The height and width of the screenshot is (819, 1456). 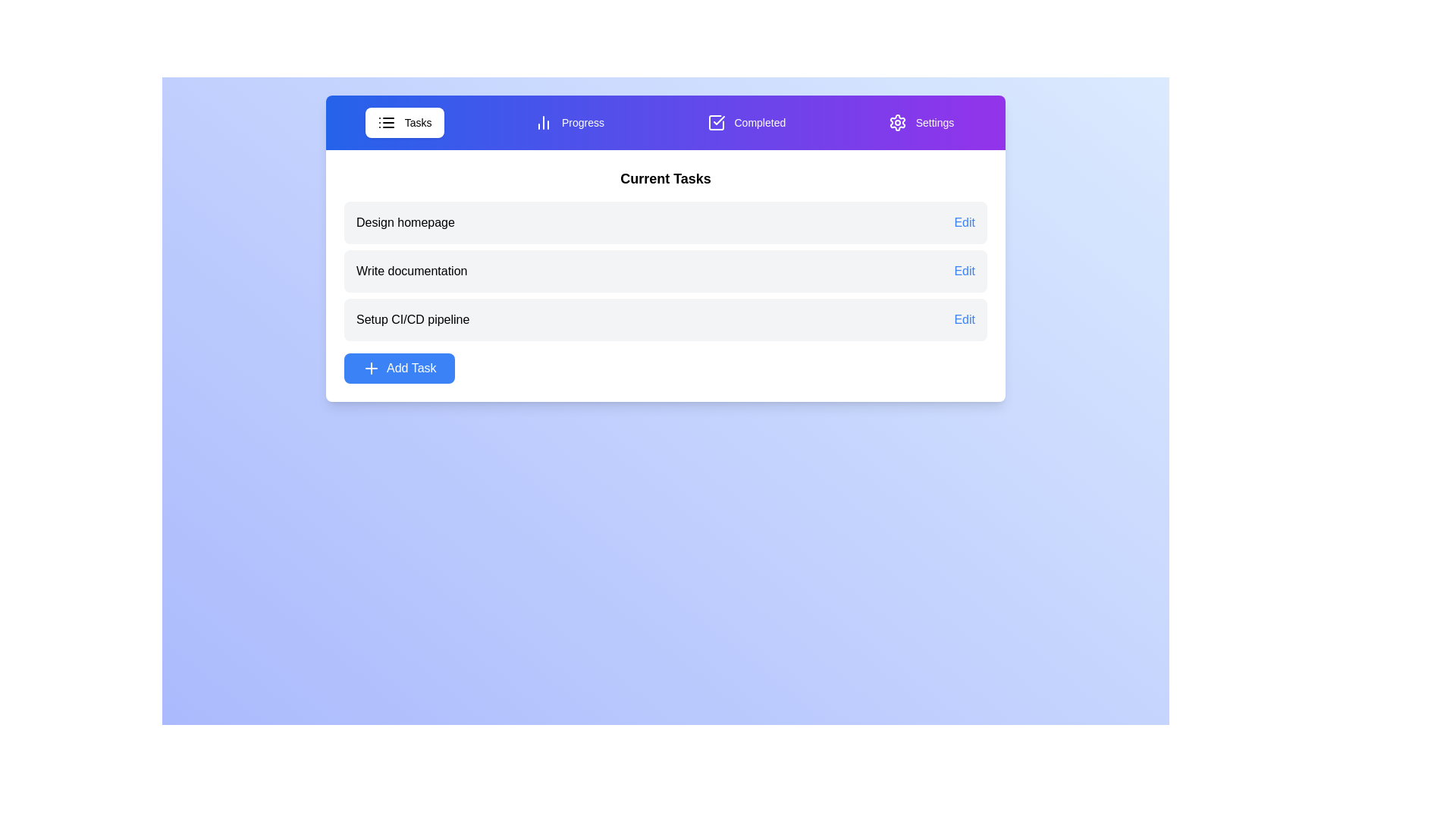 I want to click on the 'Tasks' button, which is a rectangular button with a white background, a black list icon, and bold black text, located in the leftmost position of the navigation bar, so click(x=404, y=122).